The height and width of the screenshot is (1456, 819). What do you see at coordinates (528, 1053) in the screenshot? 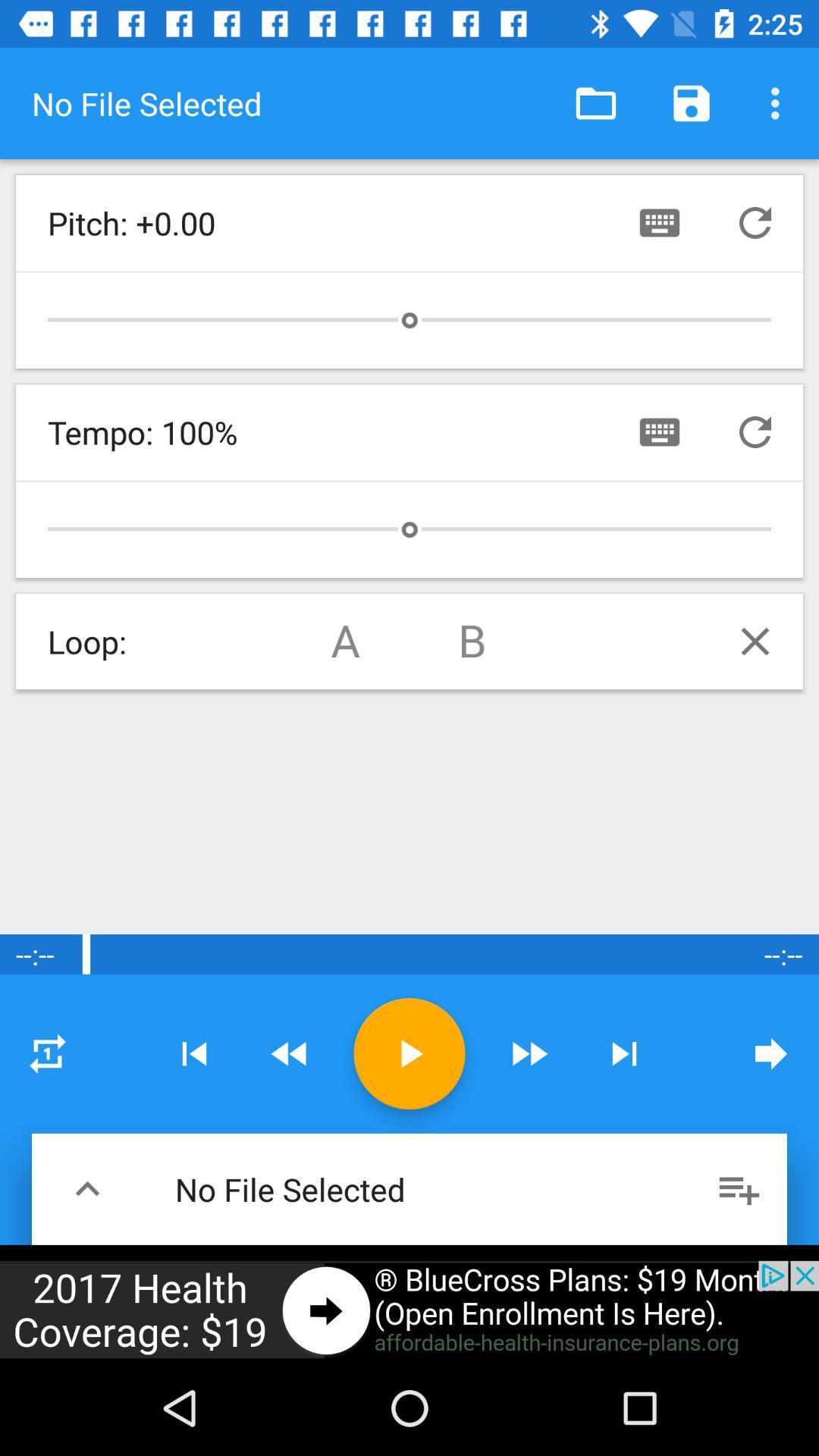
I see `fast forward audio` at bounding box center [528, 1053].